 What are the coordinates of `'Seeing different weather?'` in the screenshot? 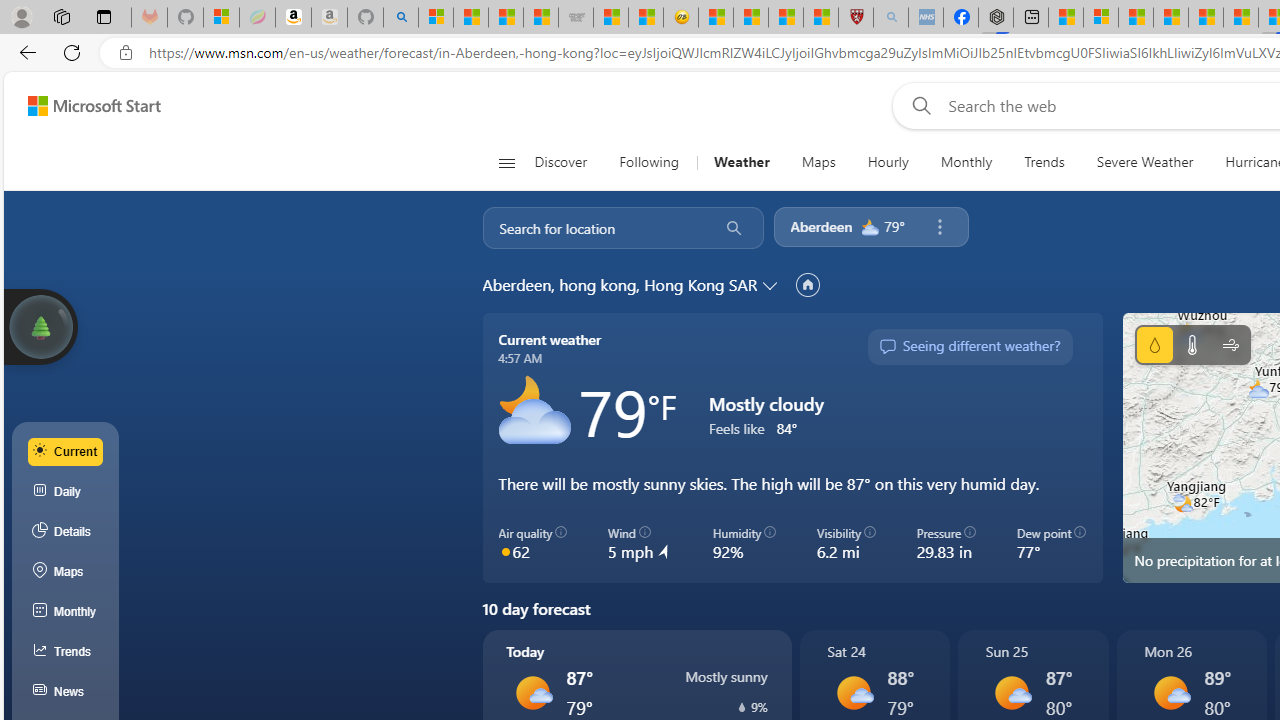 It's located at (969, 346).